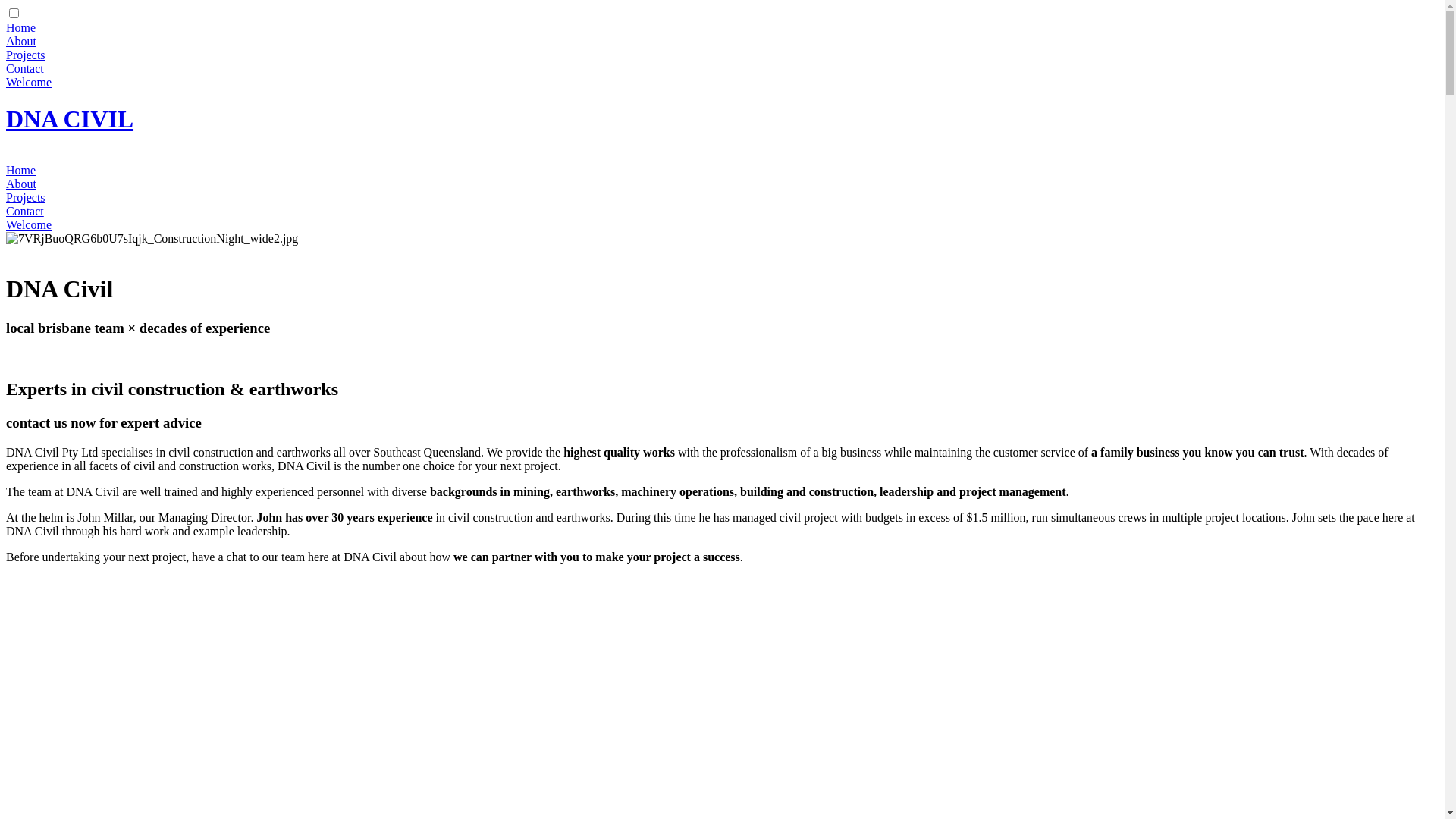 This screenshot has height=819, width=1456. What do you see at coordinates (6, 27) in the screenshot?
I see `'Home'` at bounding box center [6, 27].